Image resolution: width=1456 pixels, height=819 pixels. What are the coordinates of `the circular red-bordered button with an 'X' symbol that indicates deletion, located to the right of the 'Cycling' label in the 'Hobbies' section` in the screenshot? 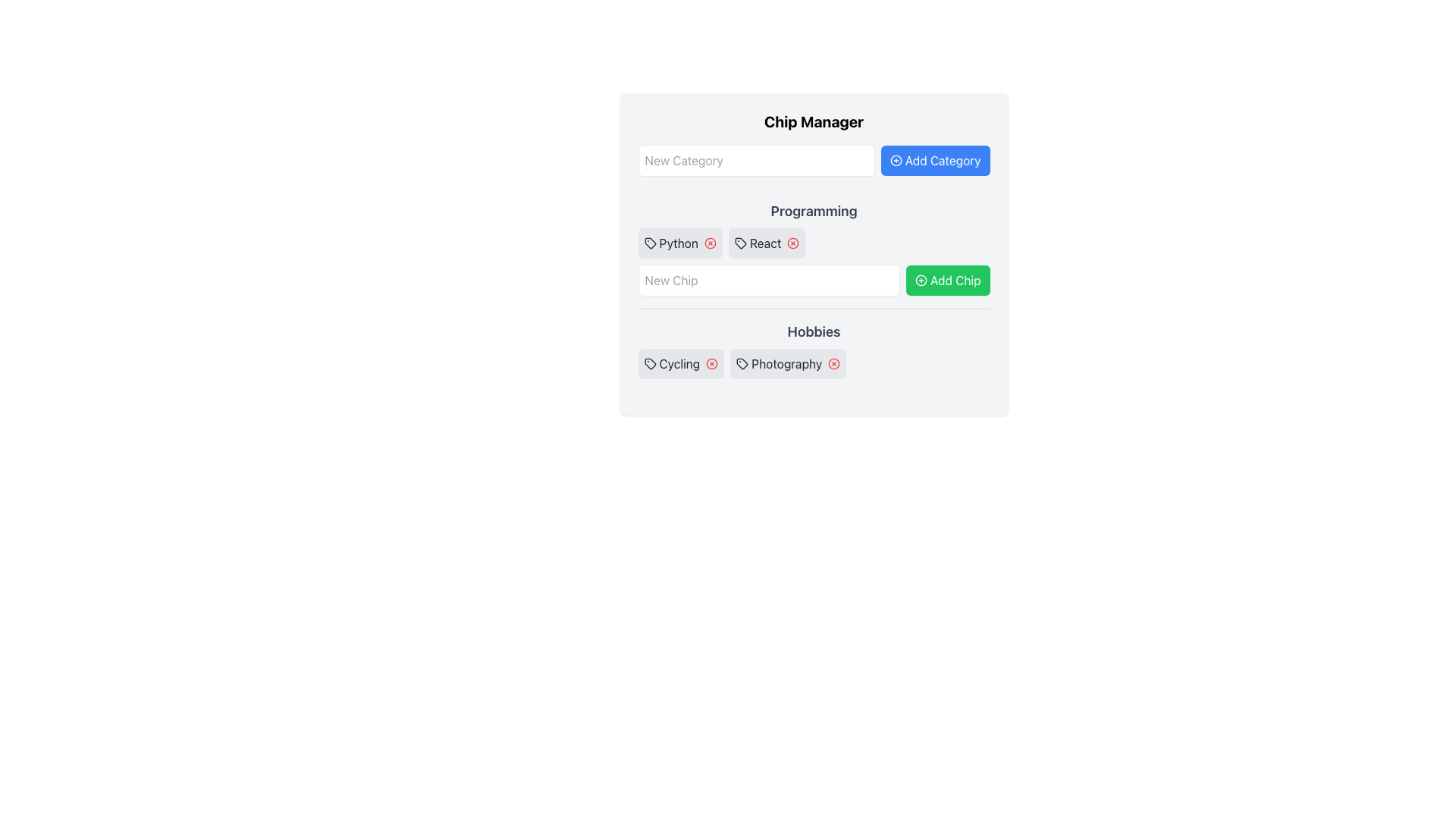 It's located at (708, 363).